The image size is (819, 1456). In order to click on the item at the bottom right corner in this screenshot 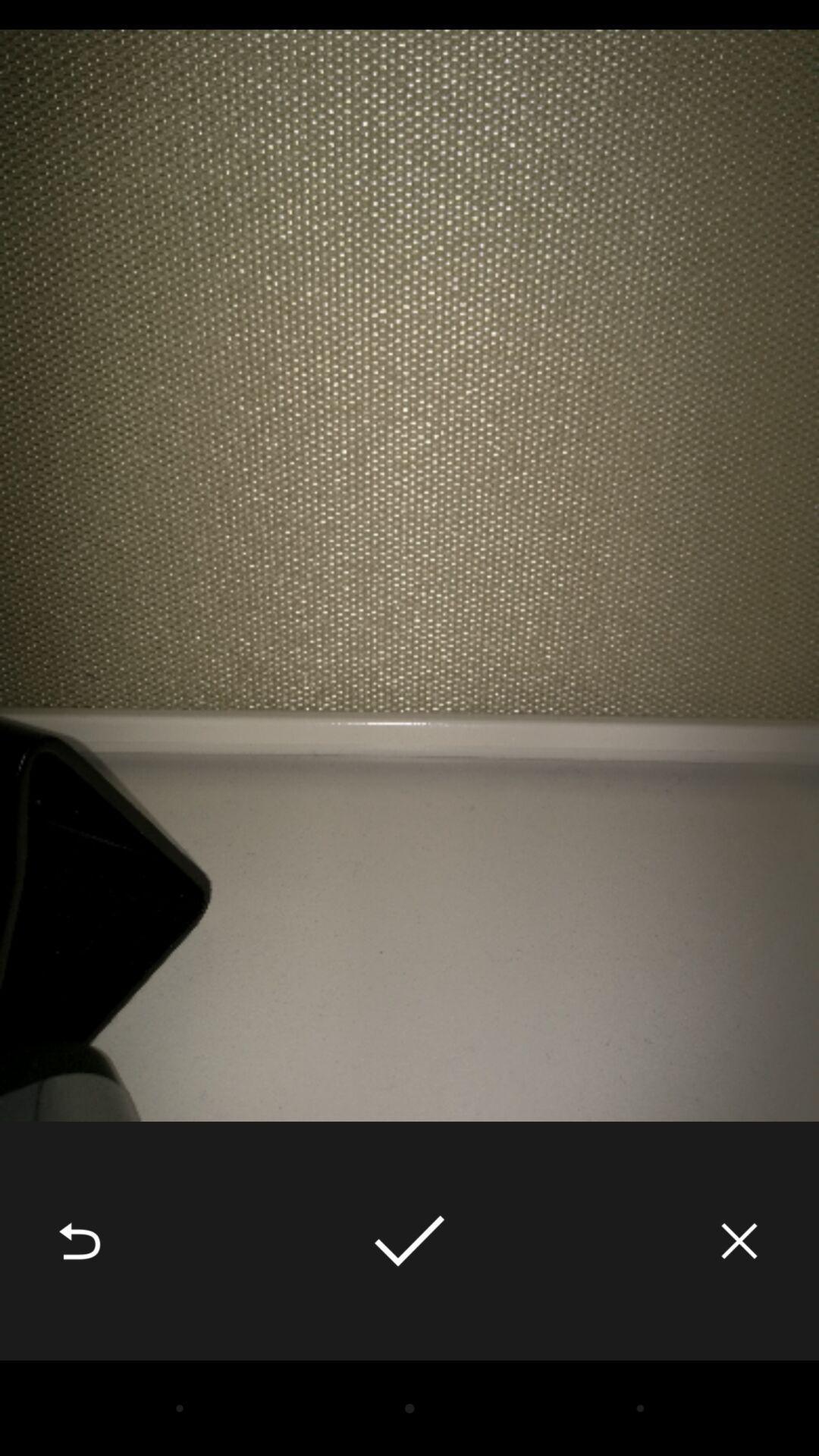, I will do `click(739, 1241)`.